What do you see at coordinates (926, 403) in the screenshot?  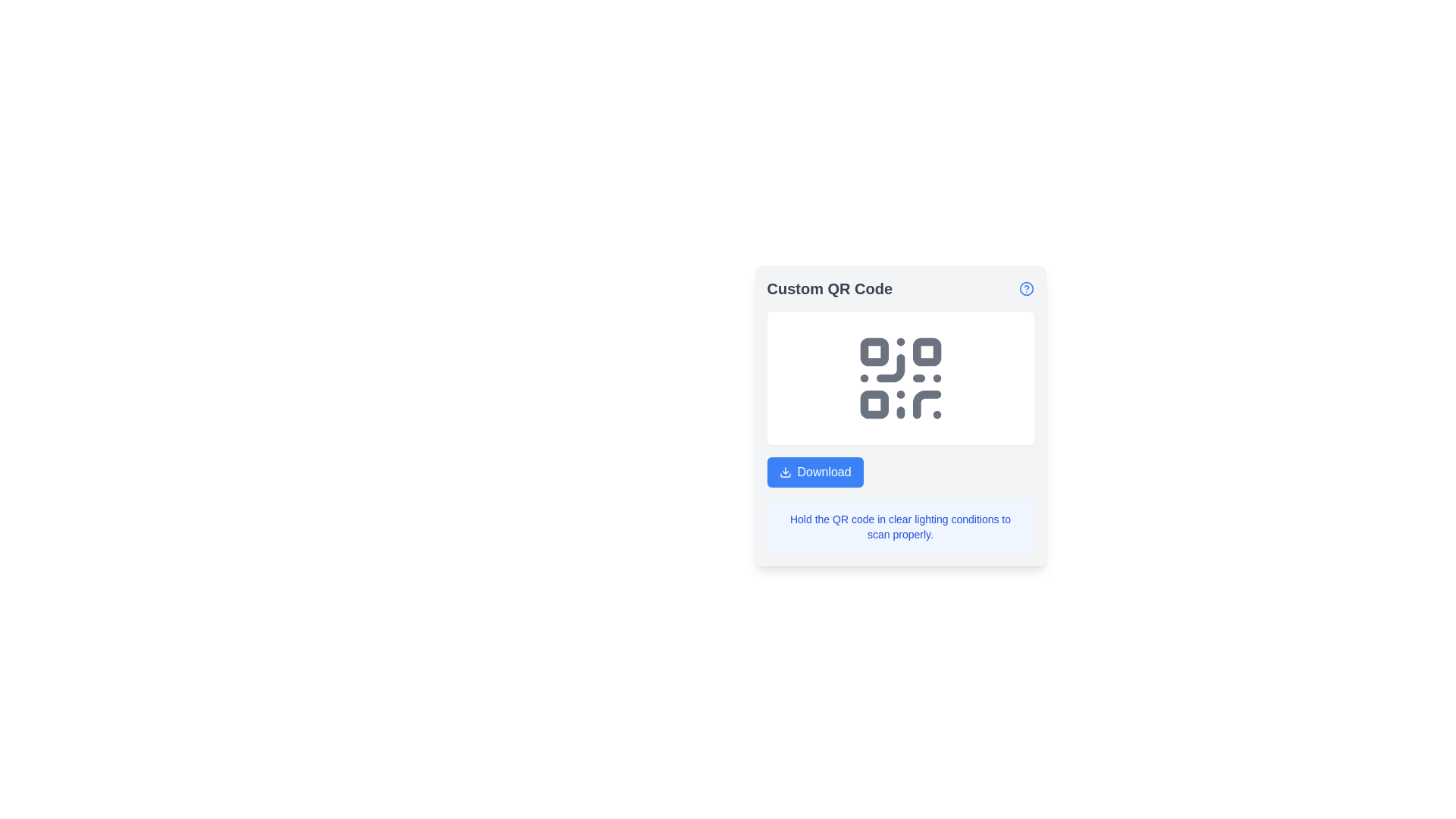 I see `the small part of the graphical QR code representation located in the bottom-right corner of the QR code area` at bounding box center [926, 403].